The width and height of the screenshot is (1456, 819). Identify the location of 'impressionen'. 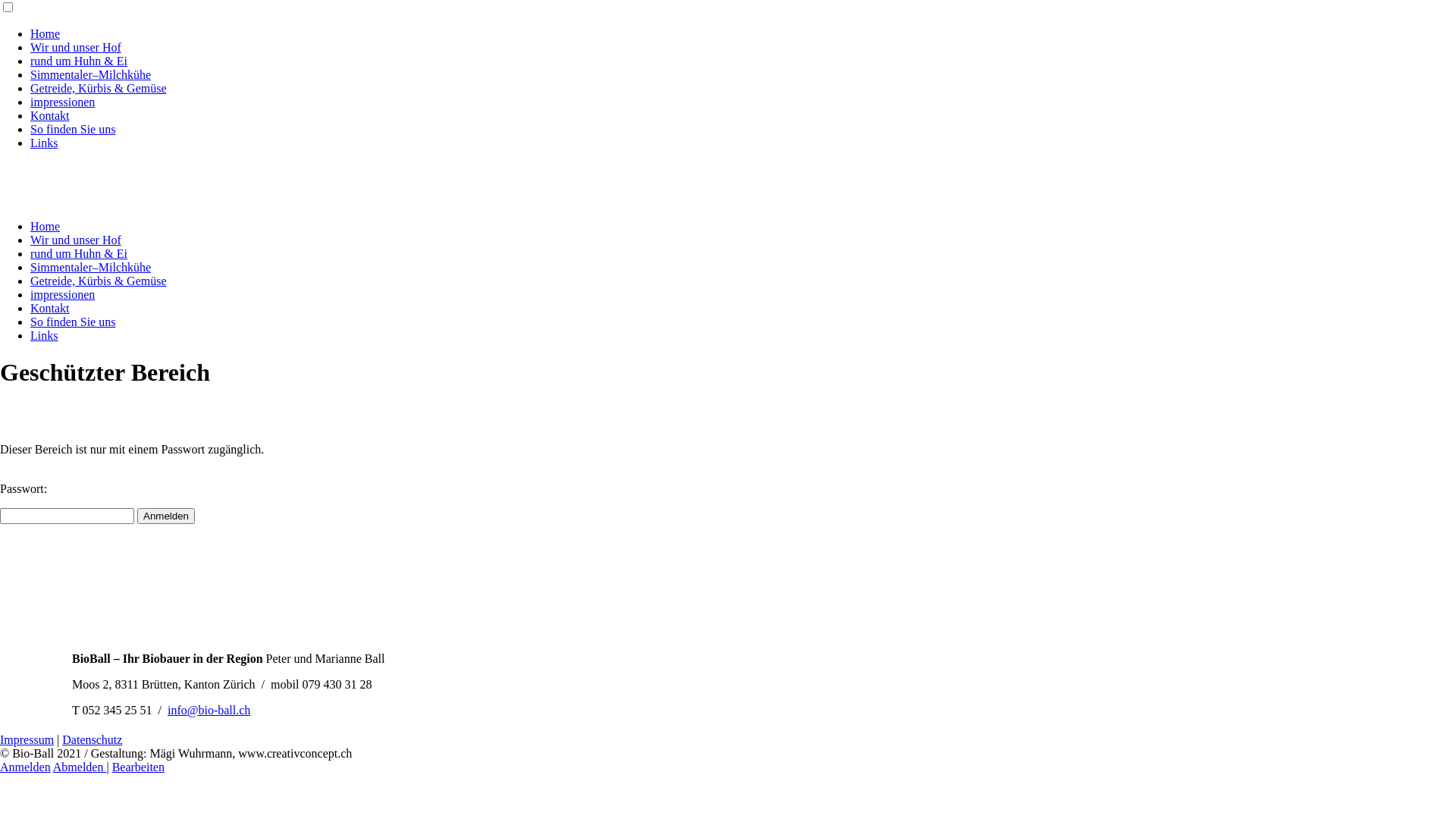
(61, 294).